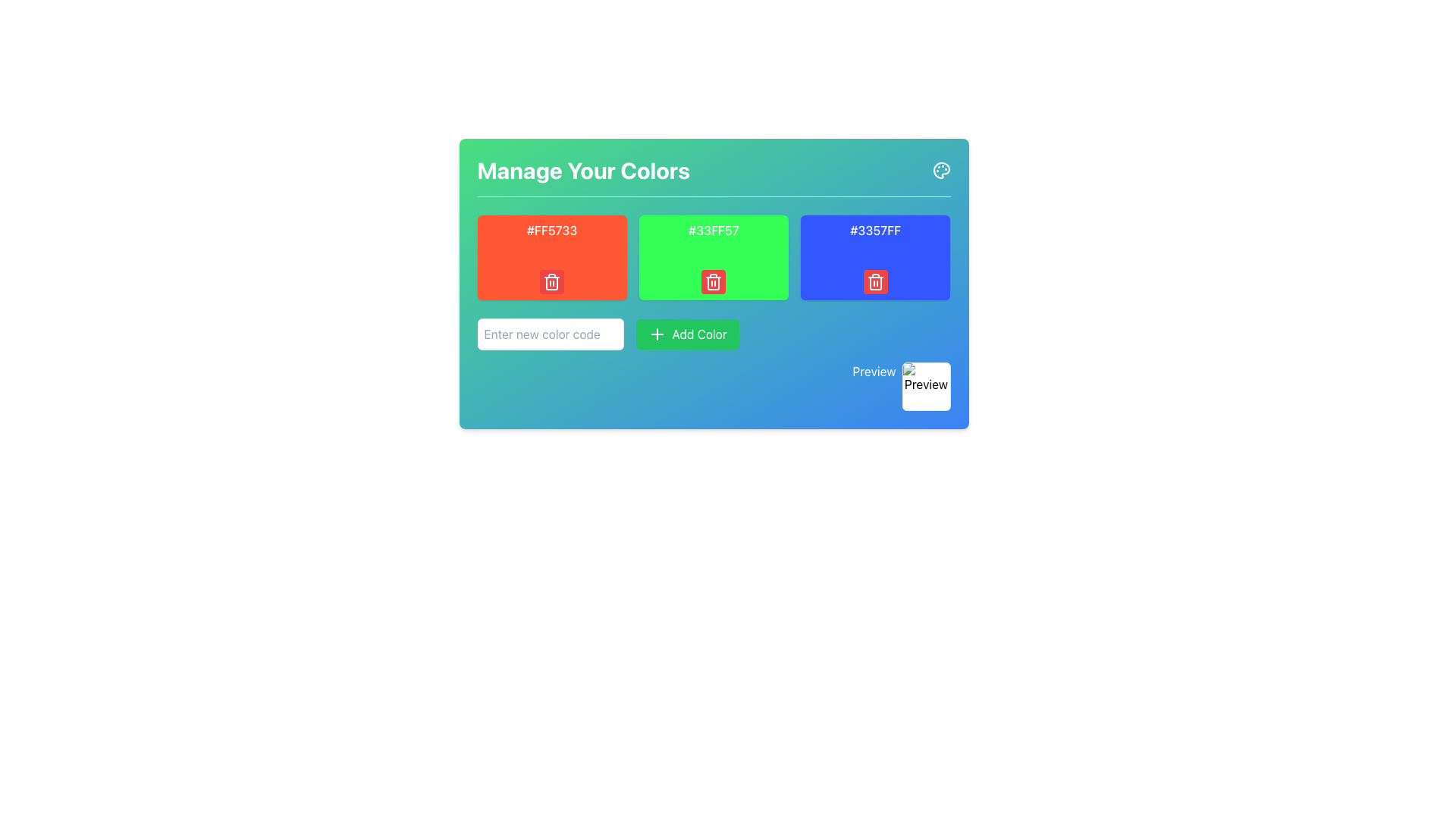  What do you see at coordinates (582, 170) in the screenshot?
I see `the bold white text header reading 'Manage Your Colors' styled with a large font on a greenish-blue gradient background, which is positioned at the top-left corner of the interface` at bounding box center [582, 170].